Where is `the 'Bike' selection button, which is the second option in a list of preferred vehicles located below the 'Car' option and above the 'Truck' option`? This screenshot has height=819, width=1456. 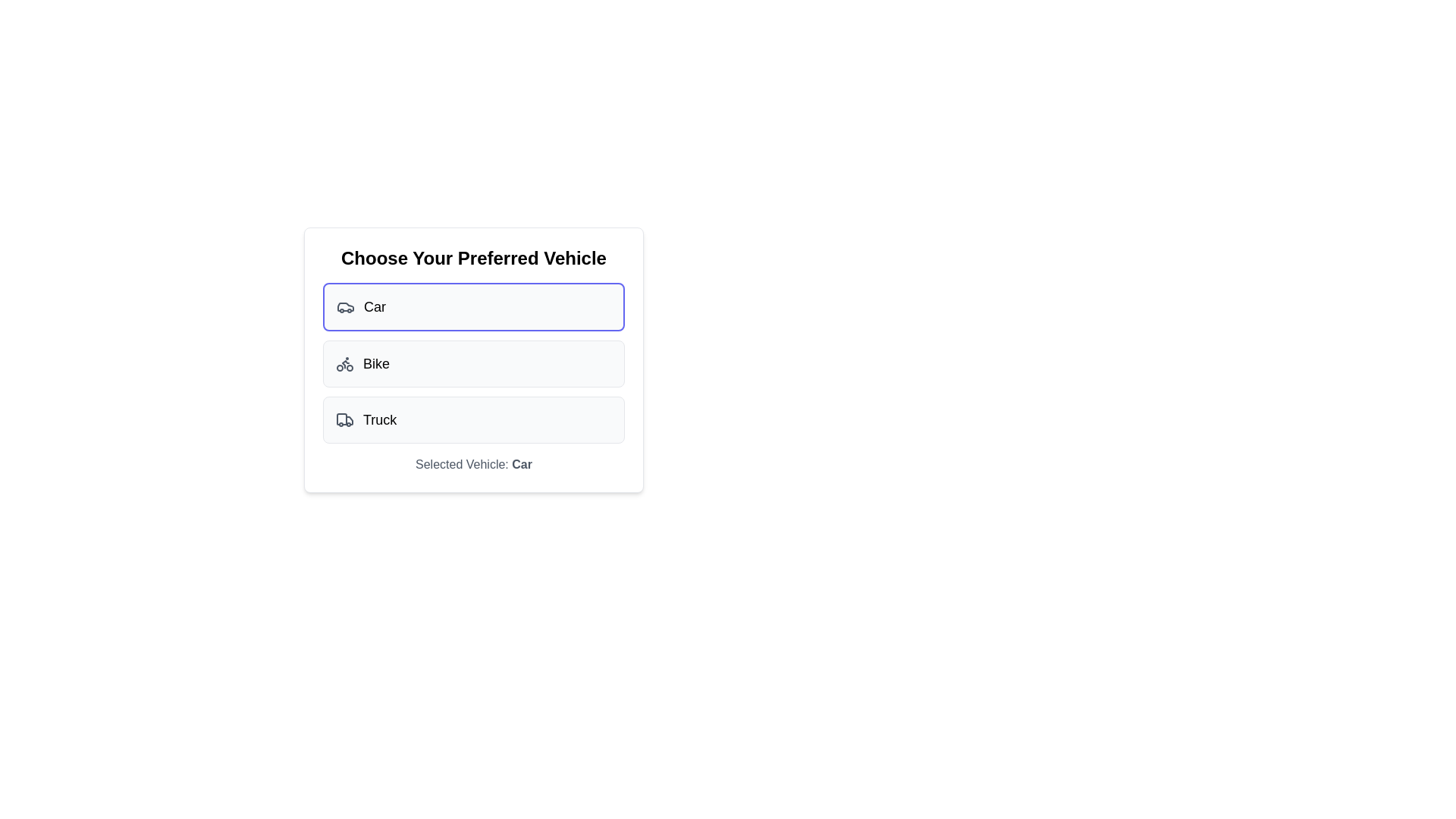
the 'Bike' selection button, which is the second option in a list of preferred vehicles located below the 'Car' option and above the 'Truck' option is located at coordinates (472, 363).